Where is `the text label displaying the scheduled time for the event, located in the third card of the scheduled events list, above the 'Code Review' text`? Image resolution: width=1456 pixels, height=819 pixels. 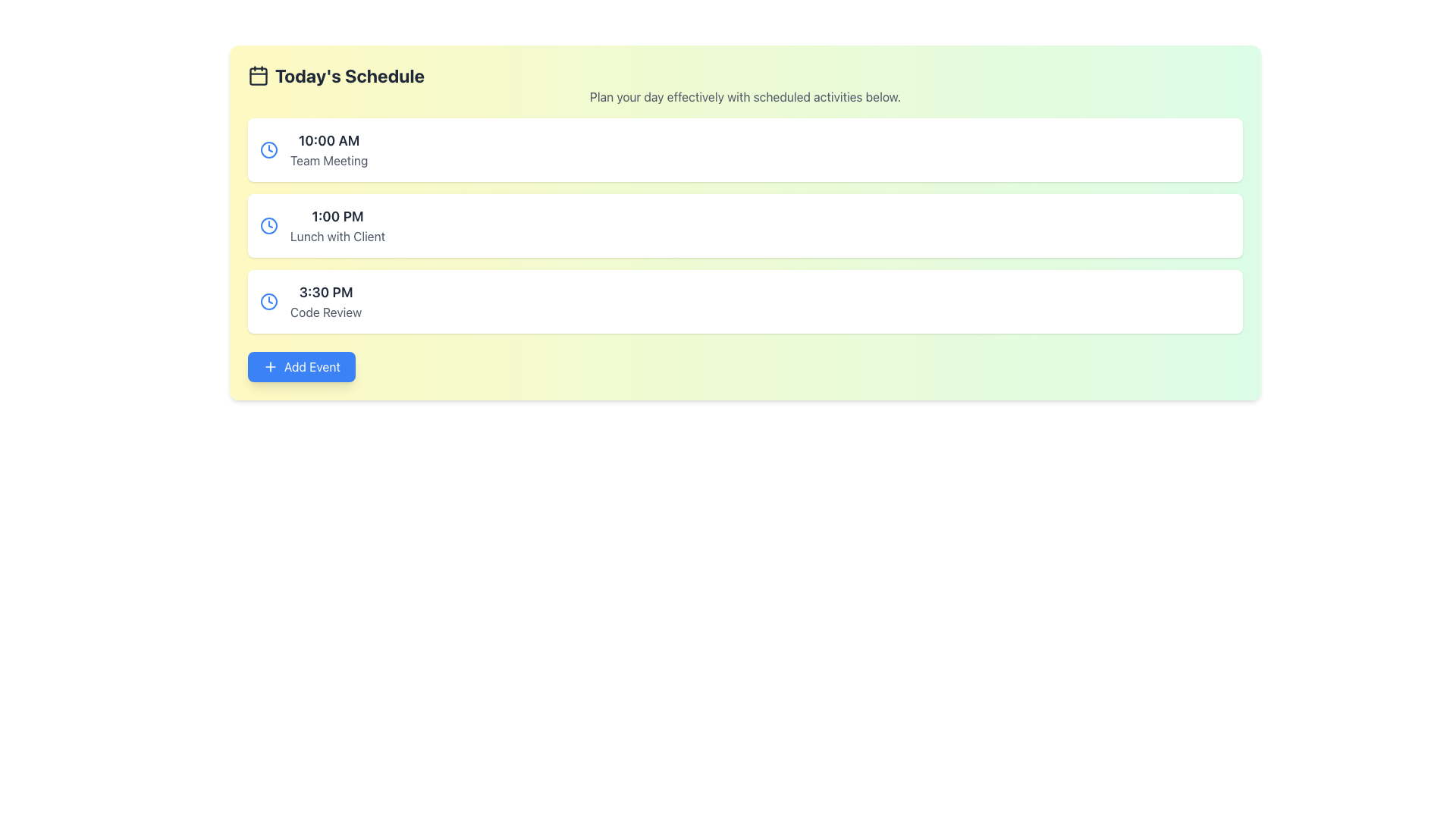 the text label displaying the scheduled time for the event, located in the third card of the scheduled events list, above the 'Code Review' text is located at coordinates (325, 292).